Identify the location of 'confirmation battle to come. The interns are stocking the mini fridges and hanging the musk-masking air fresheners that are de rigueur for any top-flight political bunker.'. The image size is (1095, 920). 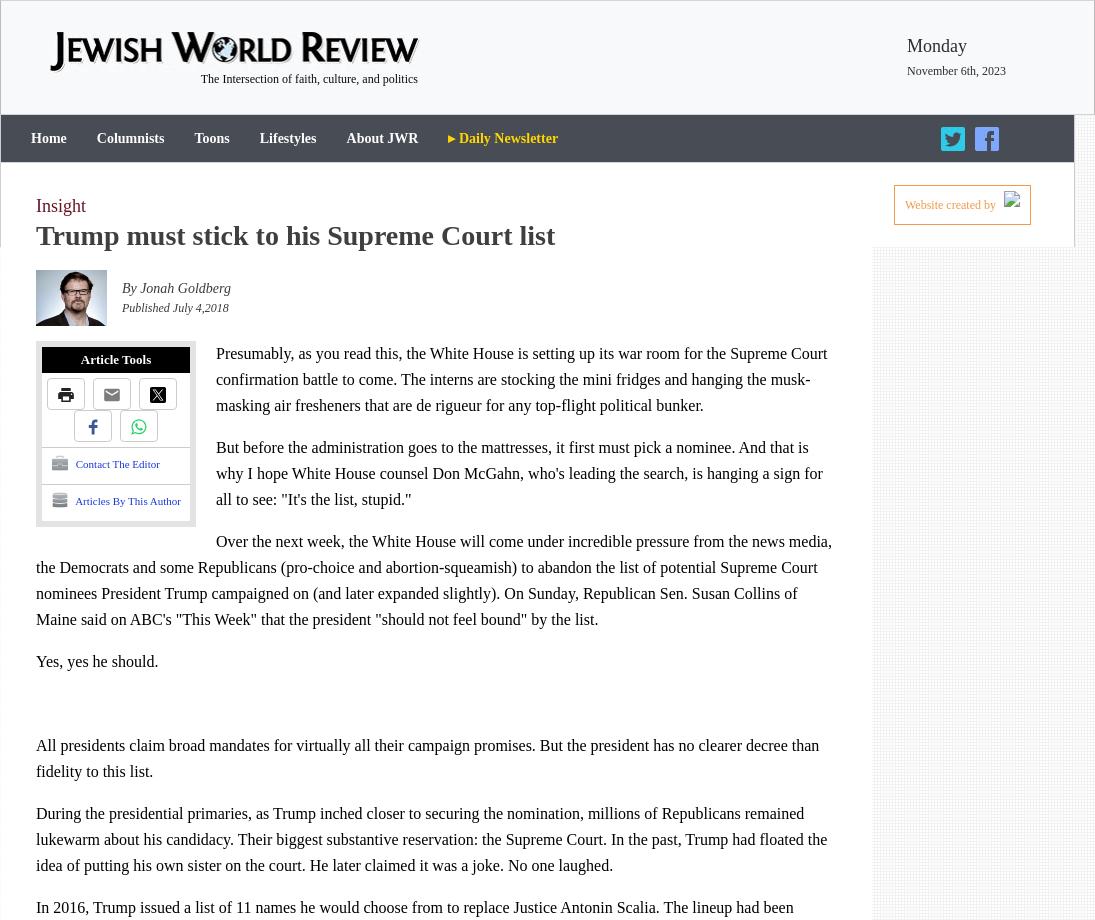
(512, 391).